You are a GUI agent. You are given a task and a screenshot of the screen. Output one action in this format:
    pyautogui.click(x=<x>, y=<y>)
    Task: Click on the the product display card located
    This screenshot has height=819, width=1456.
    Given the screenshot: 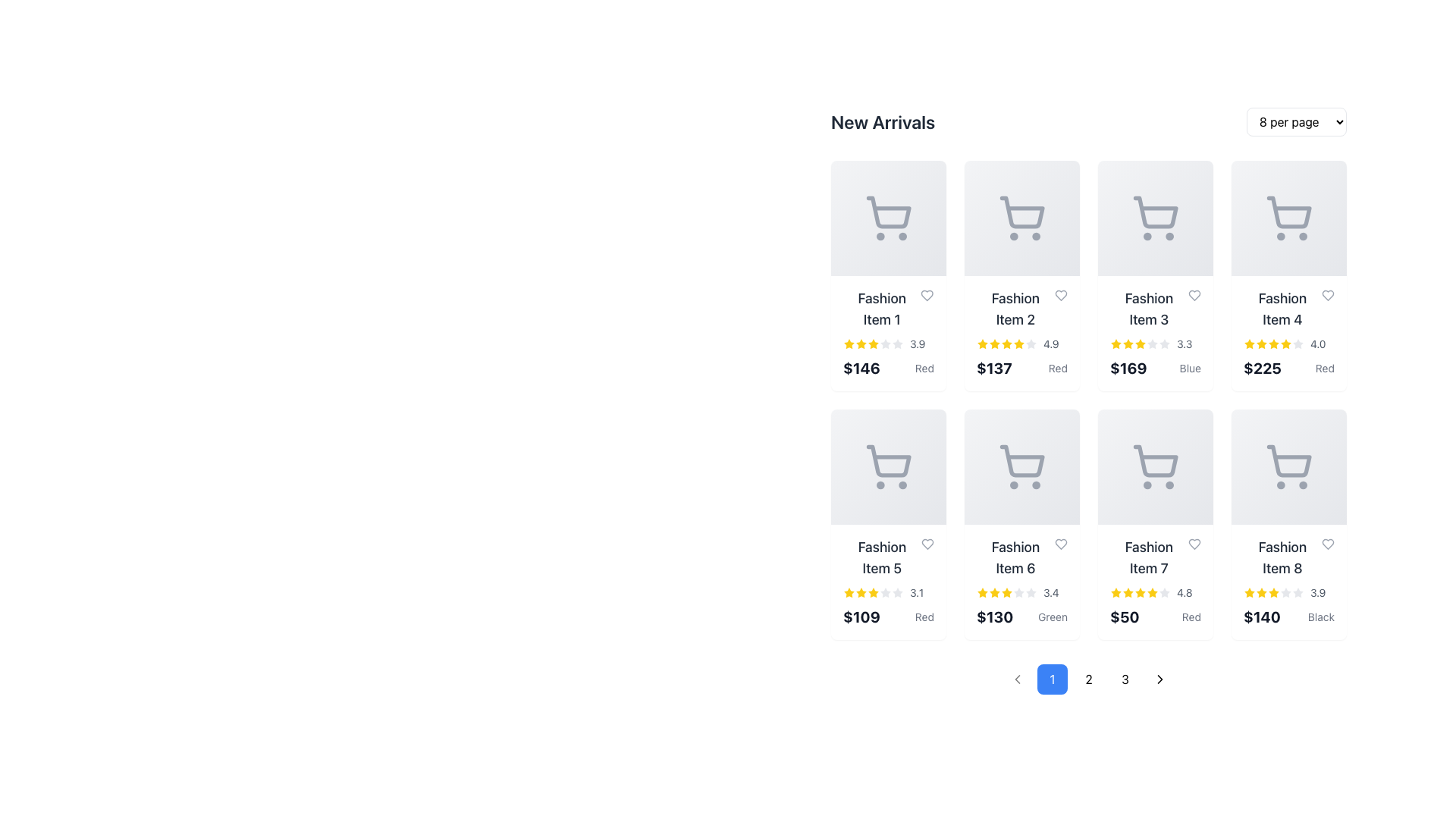 What is the action you would take?
    pyautogui.click(x=888, y=275)
    